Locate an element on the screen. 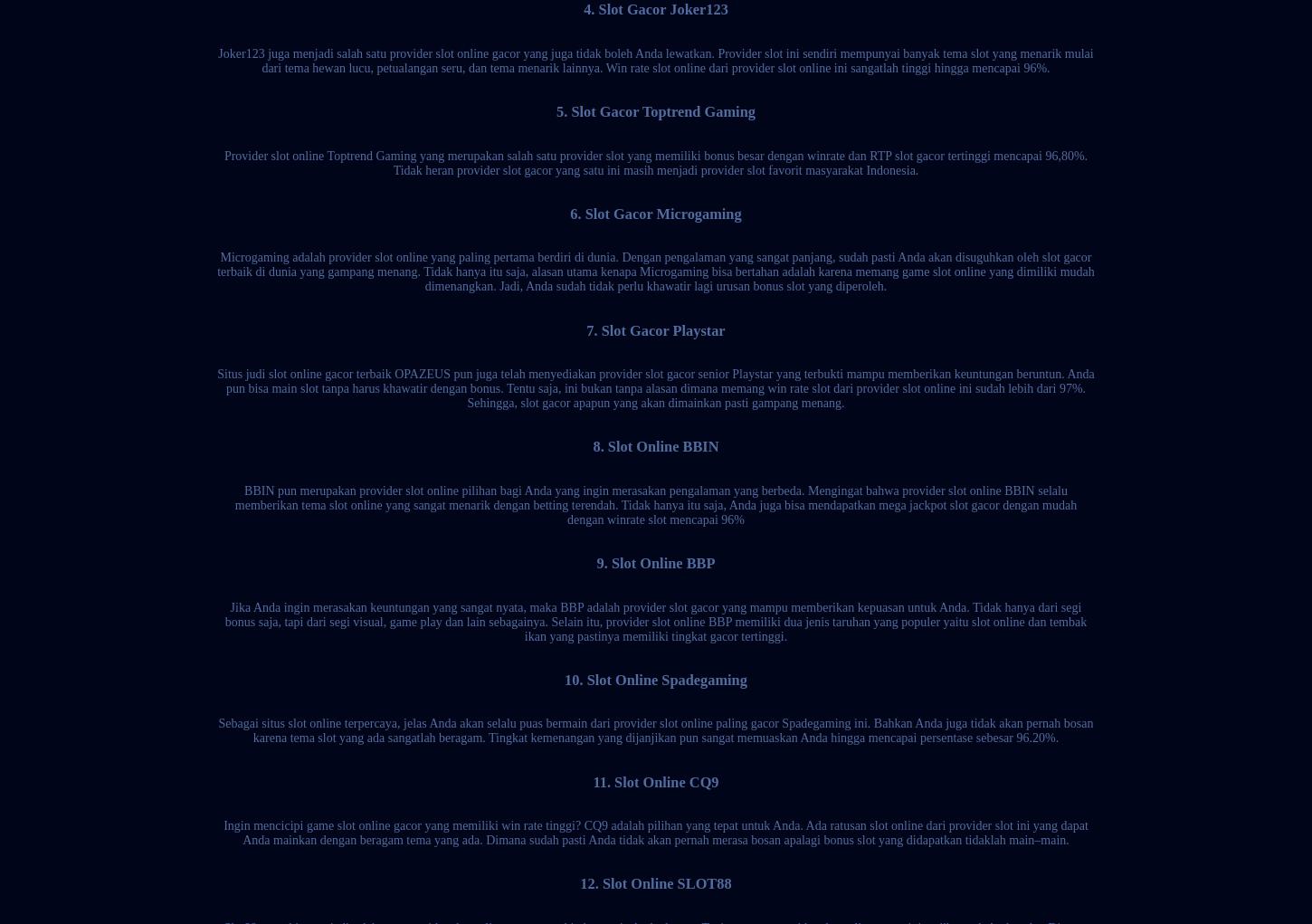 The height and width of the screenshot is (924, 1312). '5. Slot Gacor Toptrend Gaming' is located at coordinates (654, 111).